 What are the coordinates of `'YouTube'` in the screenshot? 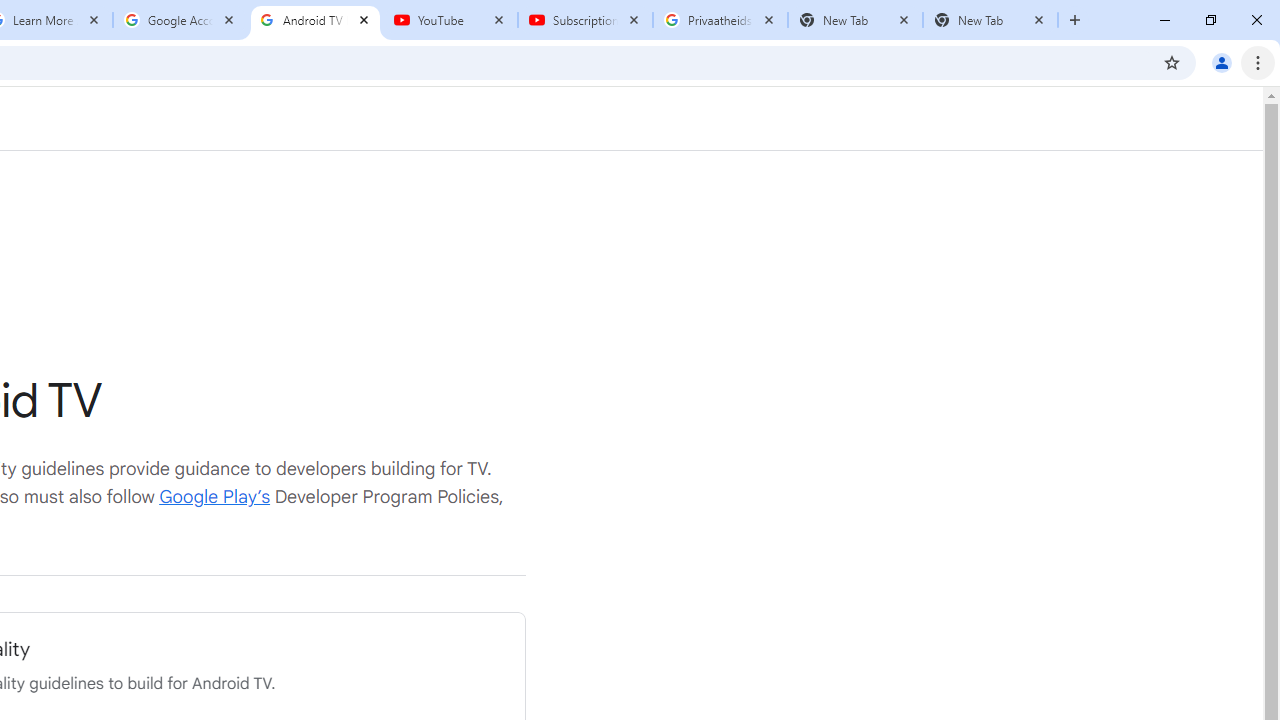 It's located at (449, 20).